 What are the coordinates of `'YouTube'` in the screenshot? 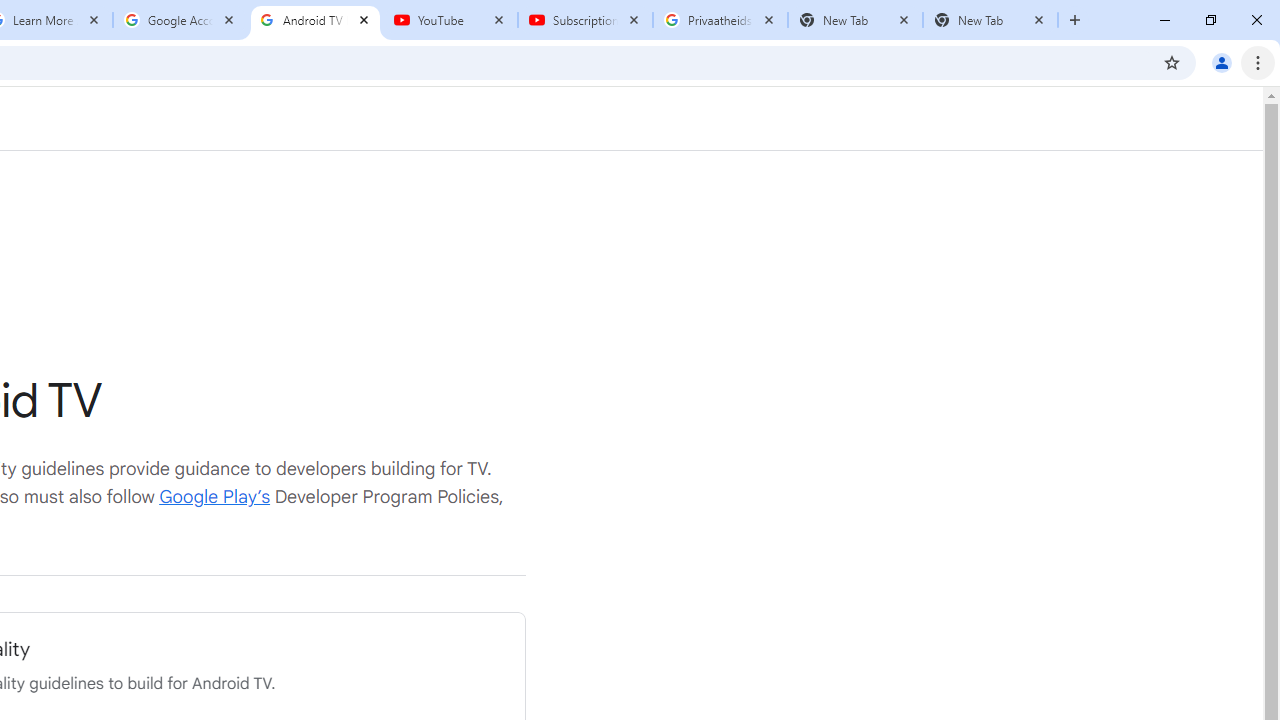 It's located at (449, 20).